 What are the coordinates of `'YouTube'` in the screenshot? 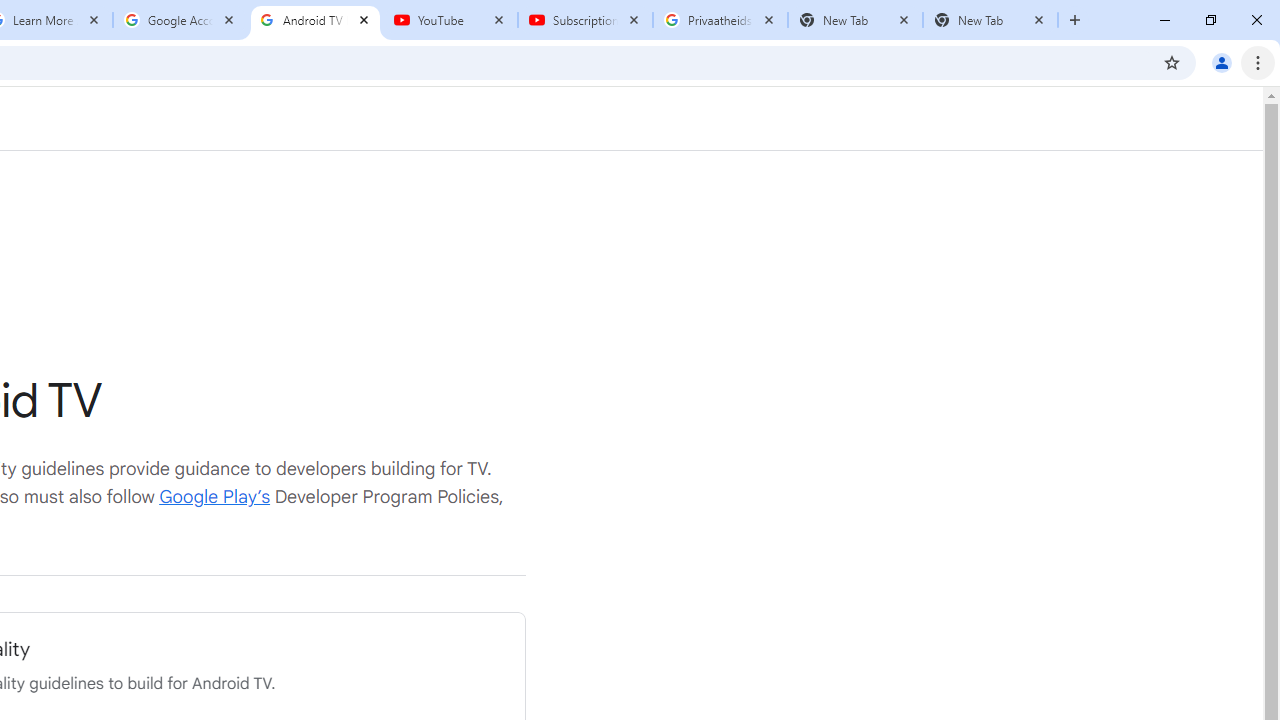 It's located at (449, 20).